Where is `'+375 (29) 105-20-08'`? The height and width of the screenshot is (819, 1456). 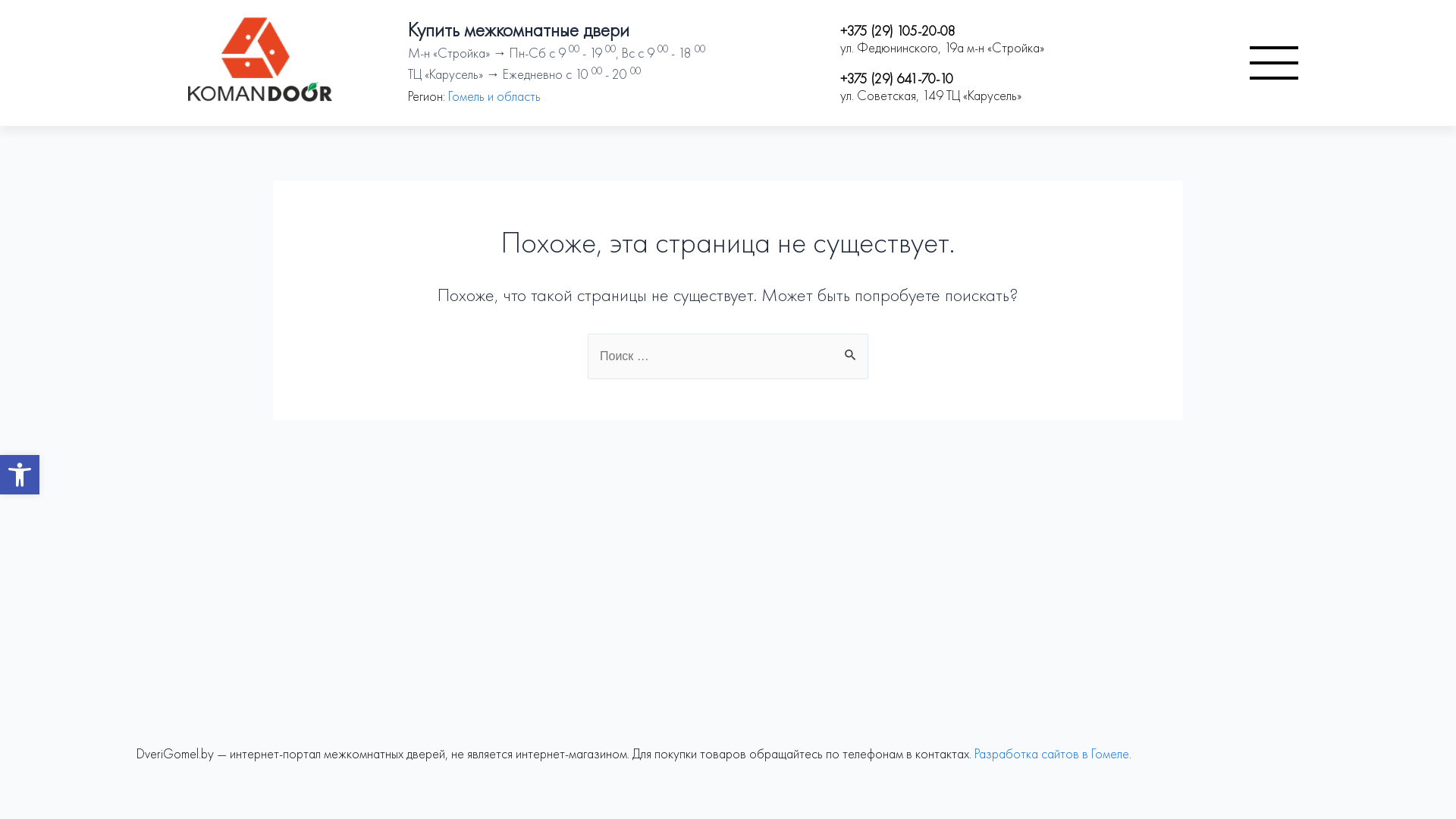 '+375 (29) 105-20-08' is located at coordinates (839, 30).